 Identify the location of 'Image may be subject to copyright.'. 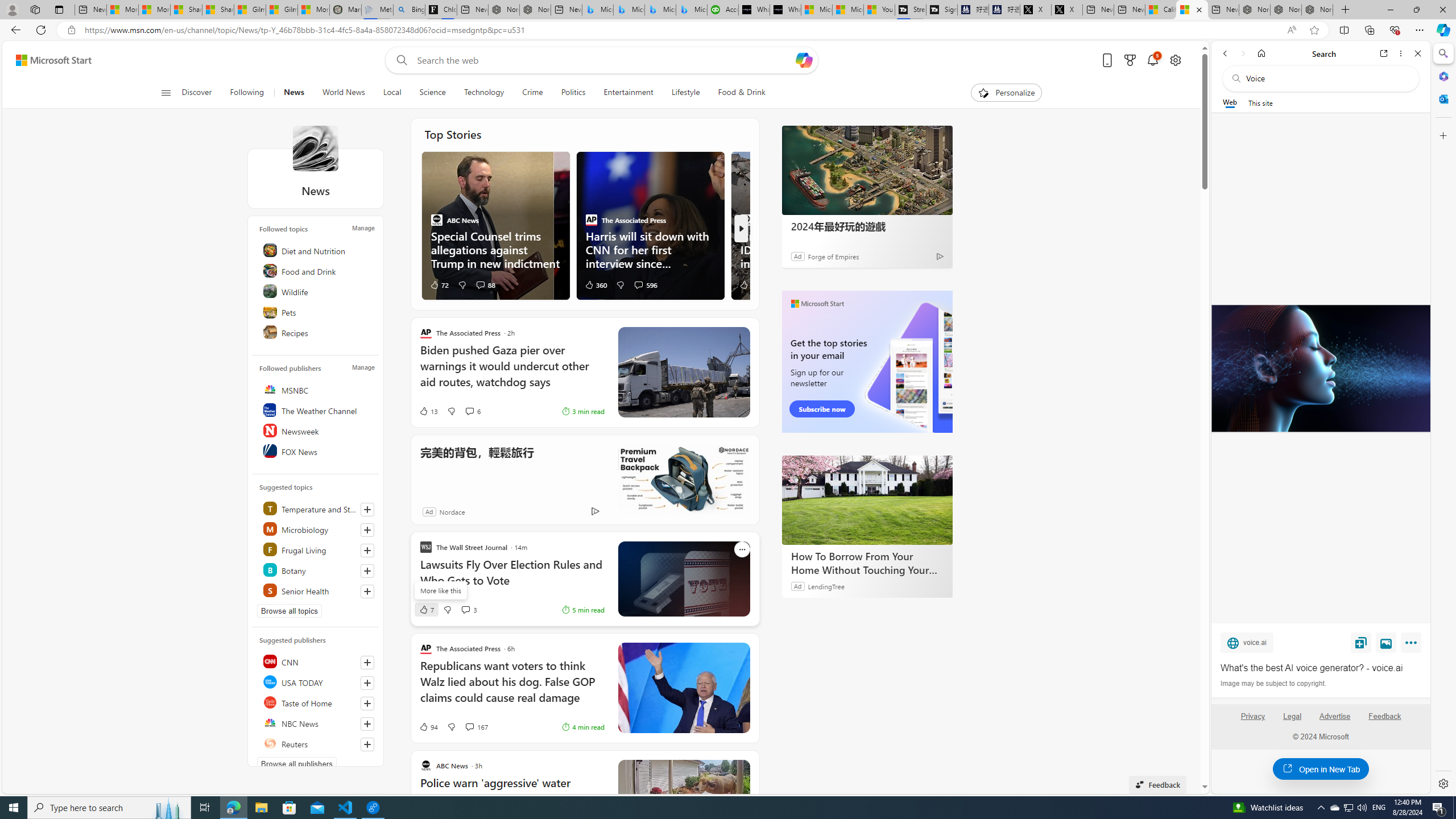
(1272, 682).